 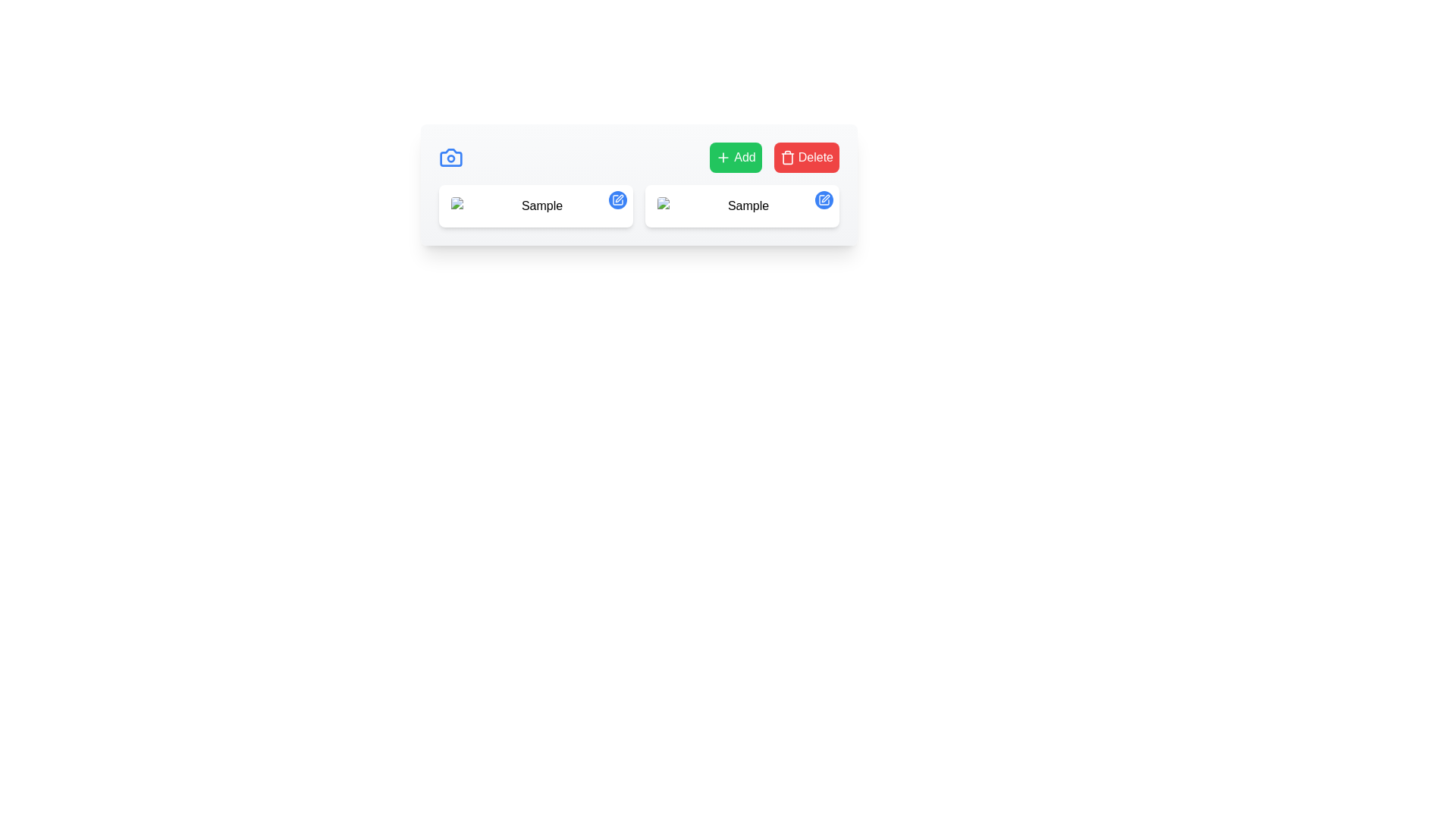 I want to click on the delete button located in the upper section of the interface, which is the last button in a row of buttons, so click(x=805, y=158).